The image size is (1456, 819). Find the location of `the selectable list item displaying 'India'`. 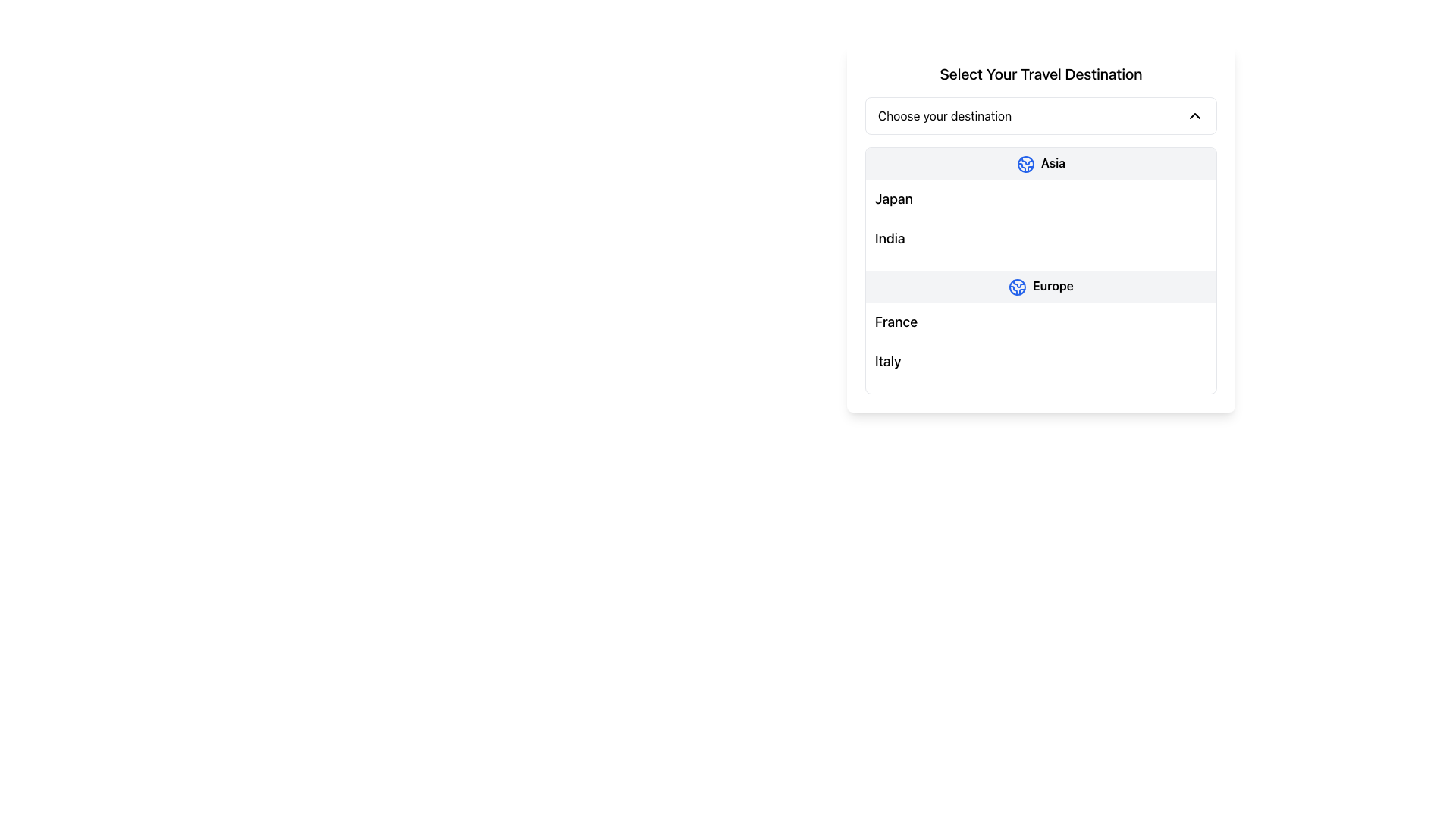

the selectable list item displaying 'India' is located at coordinates (1040, 237).